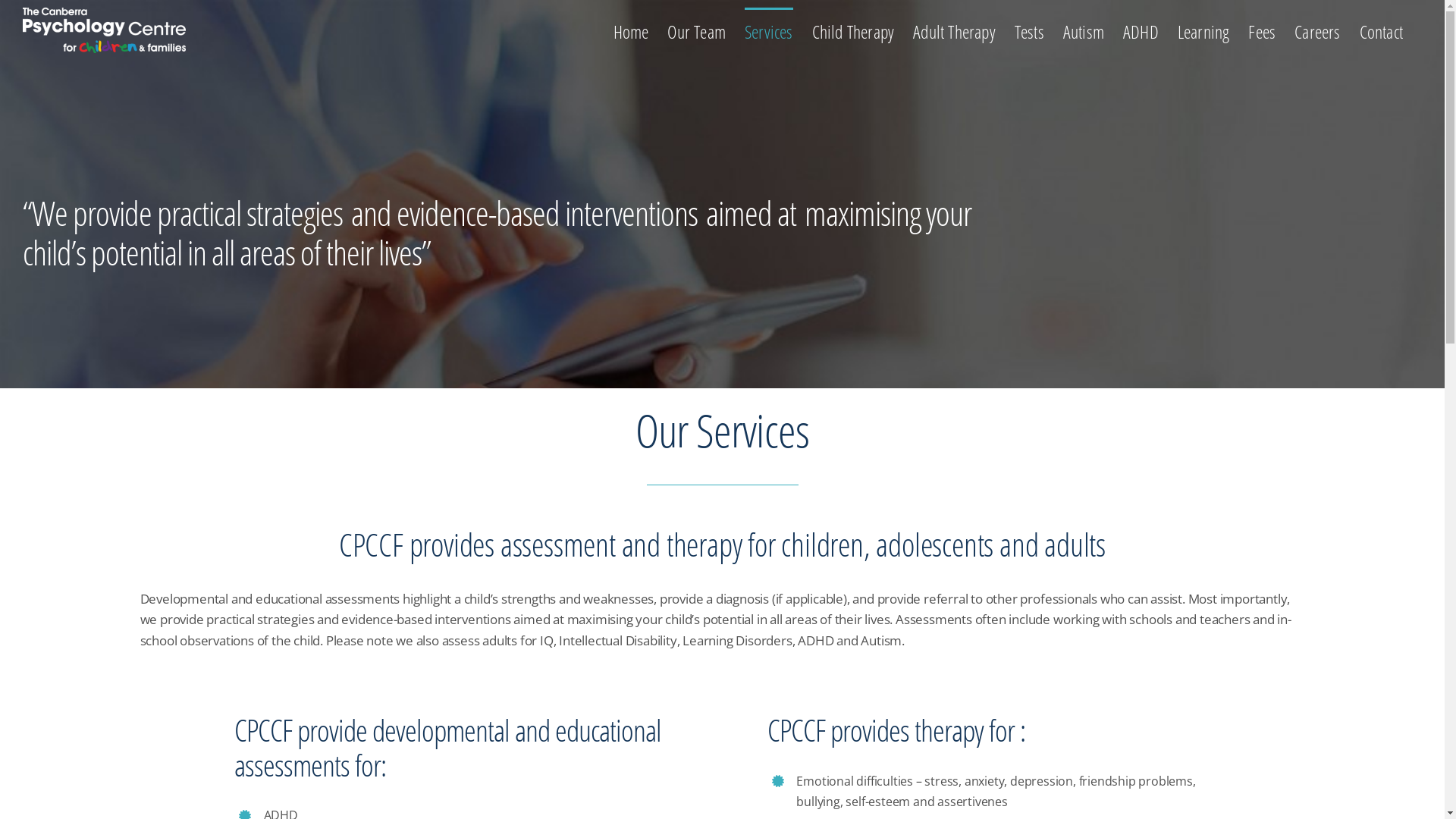 The width and height of the screenshot is (1456, 819). What do you see at coordinates (1123, 30) in the screenshot?
I see `'ADHD'` at bounding box center [1123, 30].